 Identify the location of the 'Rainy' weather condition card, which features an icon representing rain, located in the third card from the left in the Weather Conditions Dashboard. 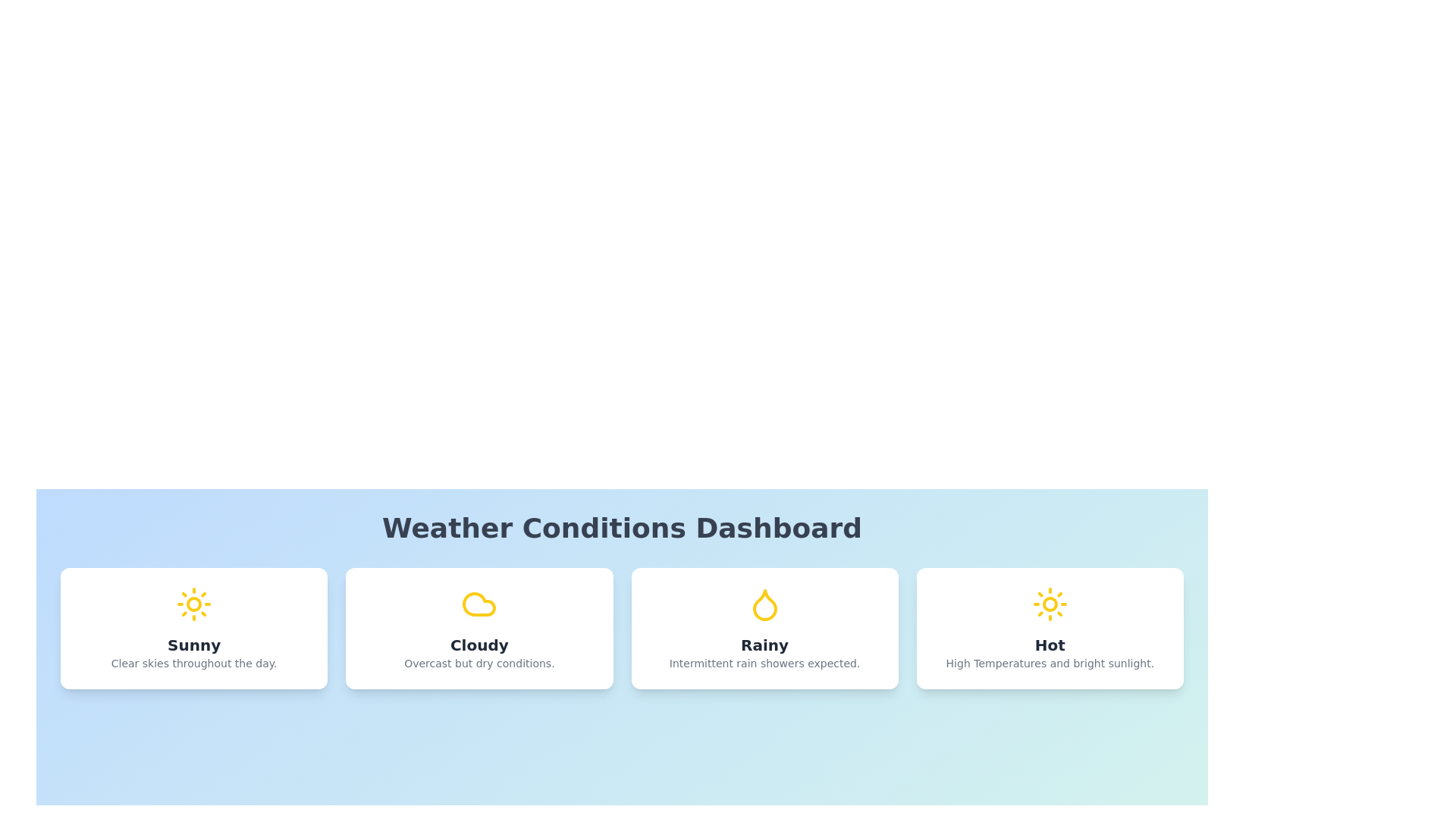
(764, 604).